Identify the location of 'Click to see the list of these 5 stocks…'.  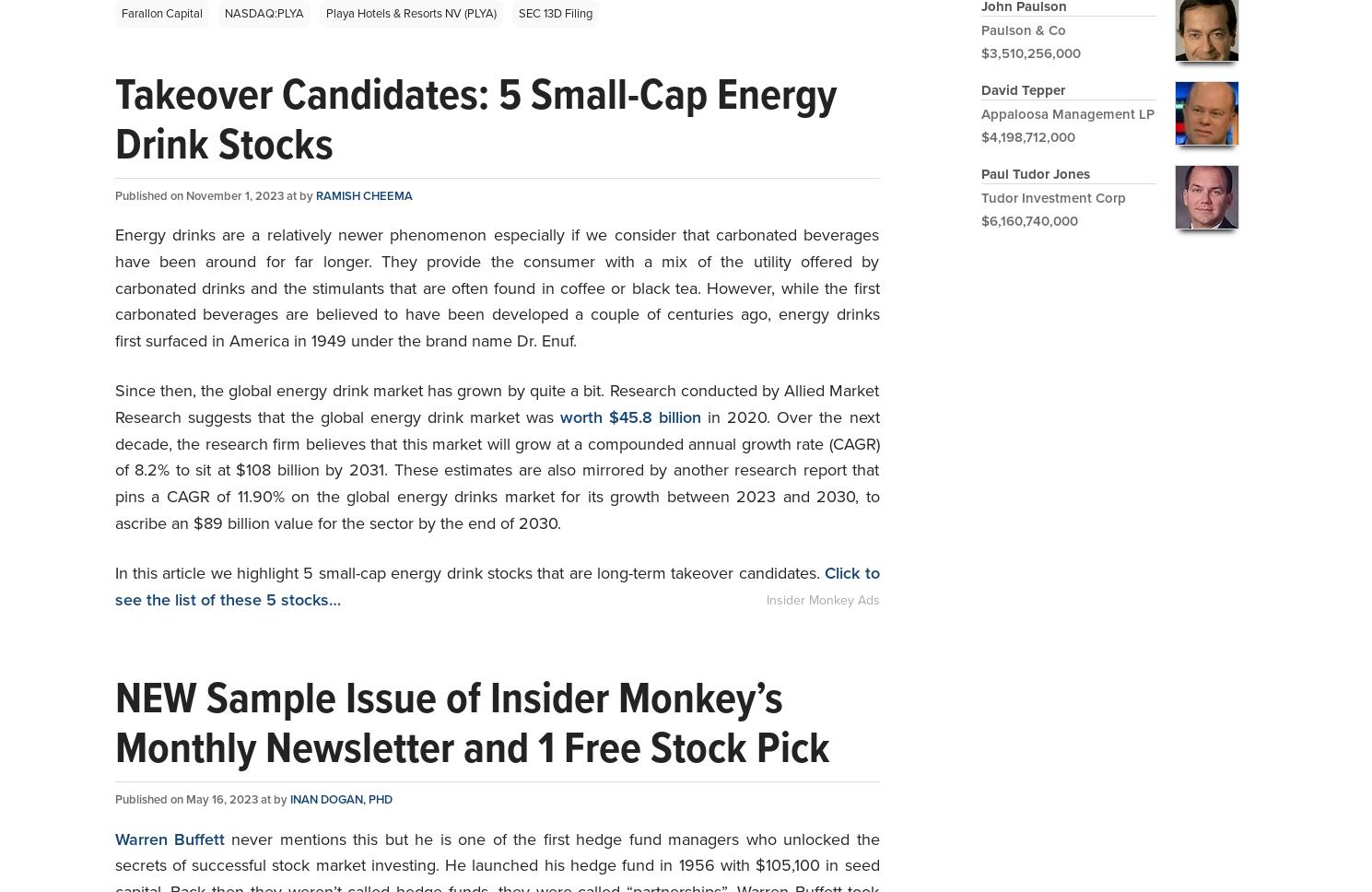
(113, 584).